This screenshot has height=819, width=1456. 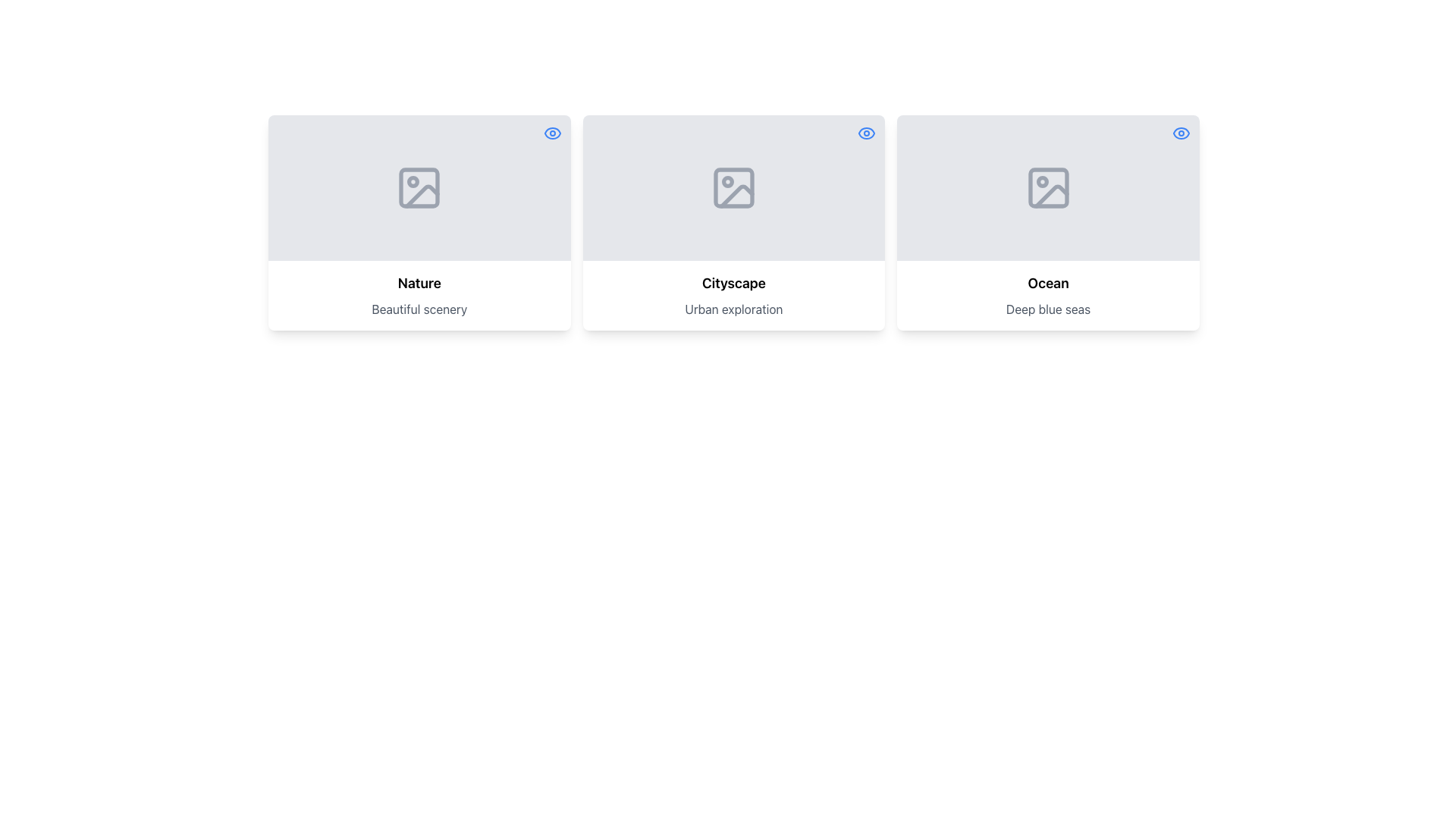 I want to click on the landscape icon element, which is styled as a diagonal line intersecting a sloped section inside a rectangular frame, located in the upper half of the left-most gray-themed card, so click(x=422, y=195).